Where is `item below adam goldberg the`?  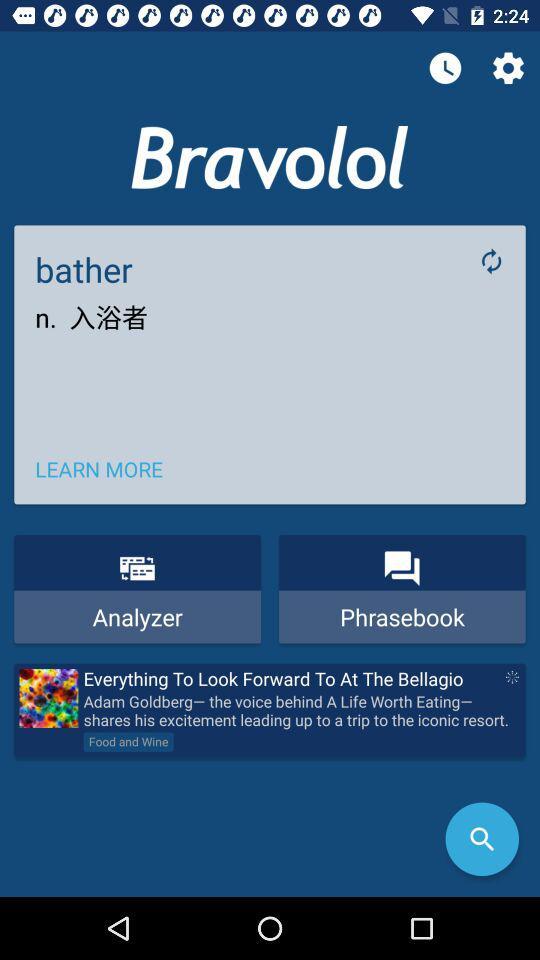
item below adam goldberg the is located at coordinates (481, 839).